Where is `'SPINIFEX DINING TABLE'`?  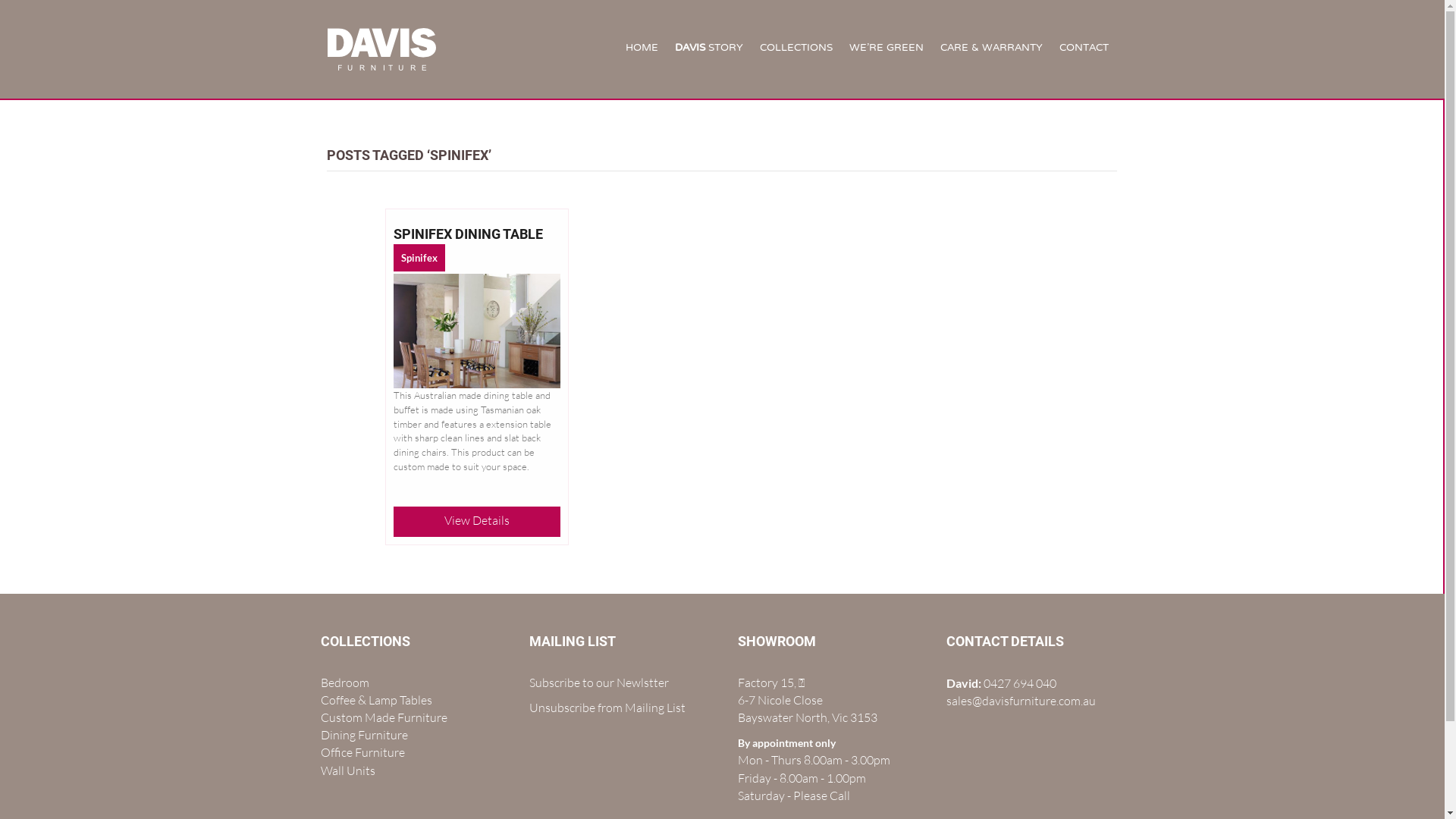
'SPINIFEX DINING TABLE' is located at coordinates (467, 234).